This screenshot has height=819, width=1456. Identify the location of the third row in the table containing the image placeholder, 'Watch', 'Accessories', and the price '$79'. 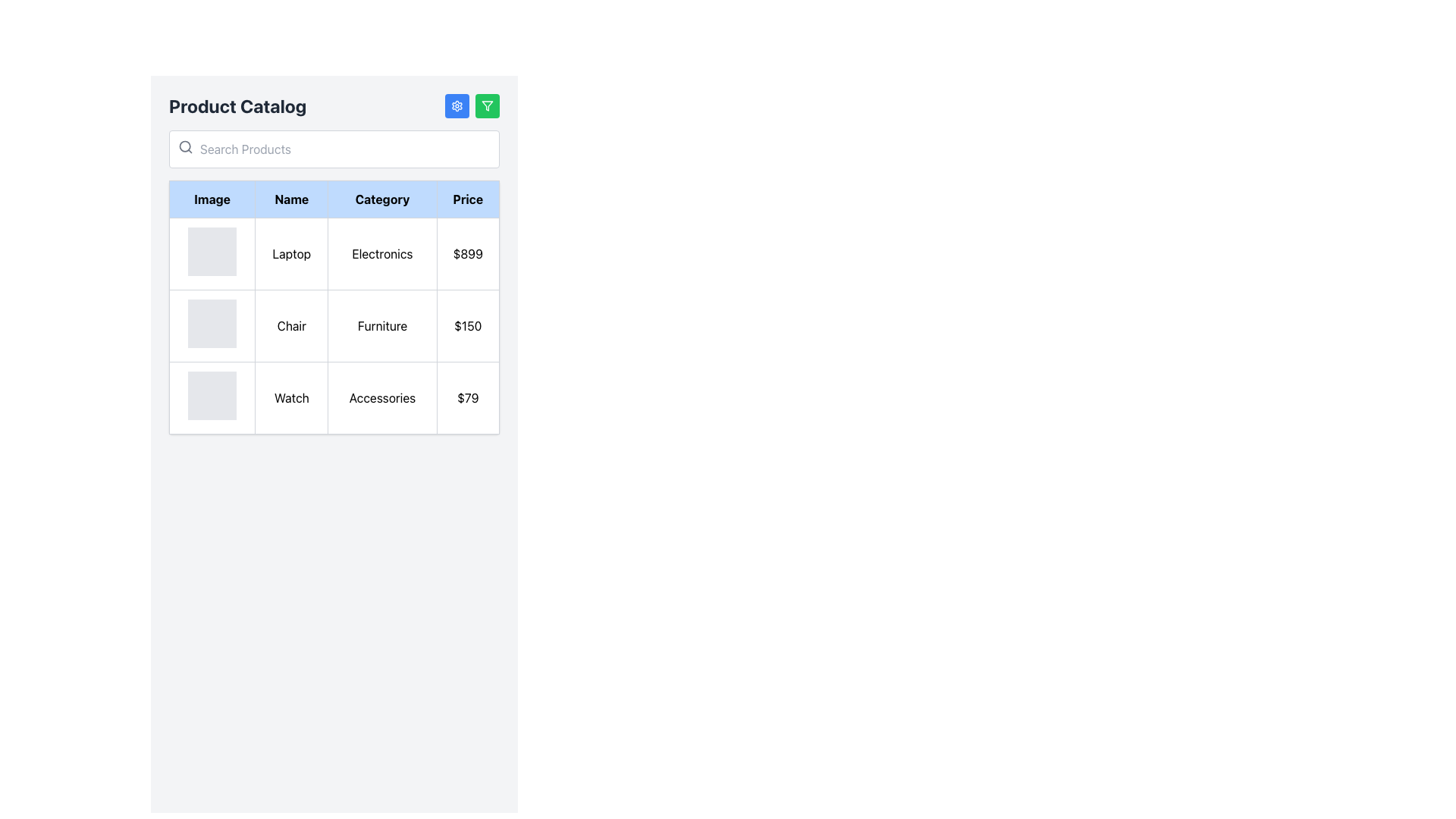
(334, 397).